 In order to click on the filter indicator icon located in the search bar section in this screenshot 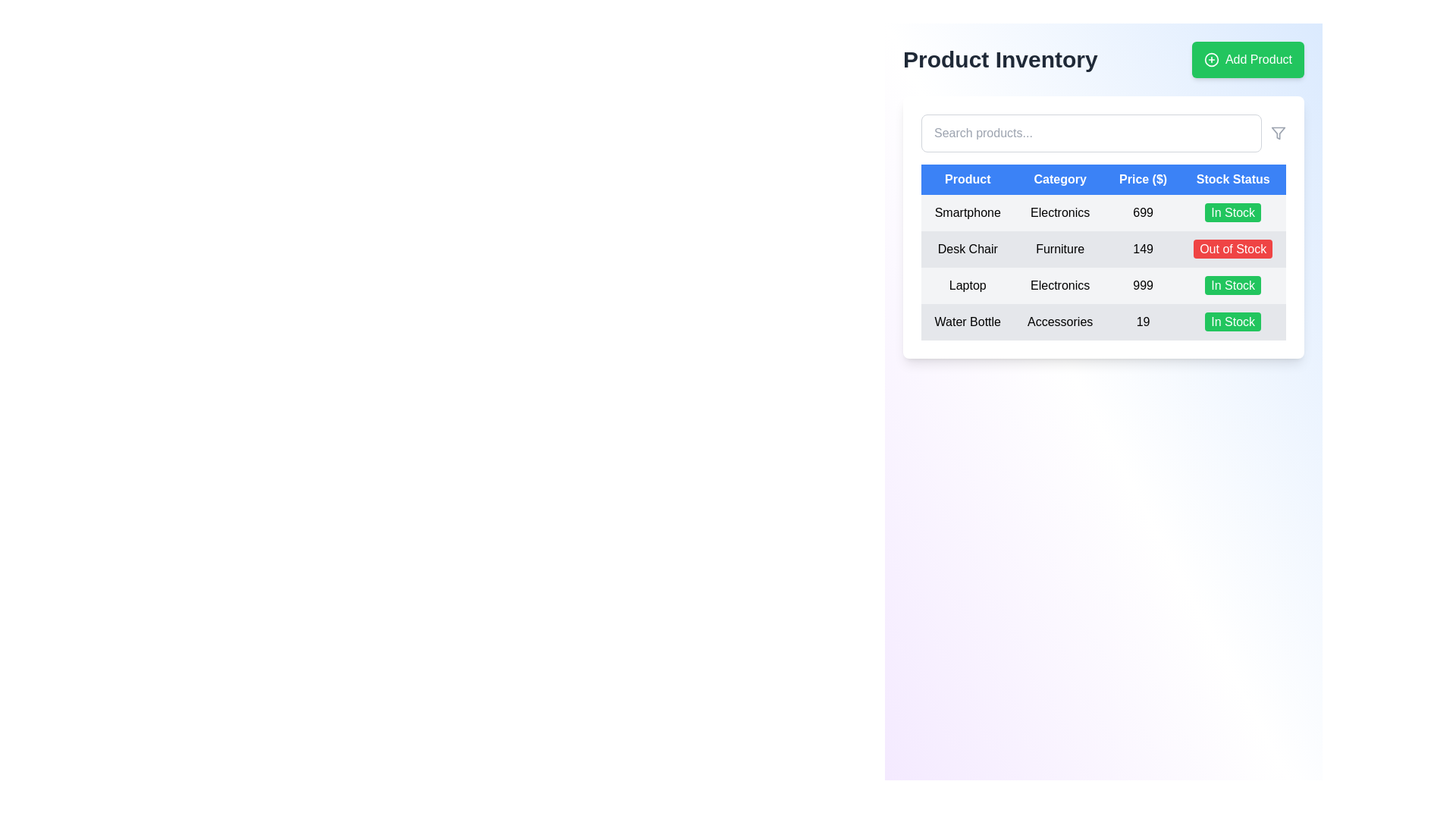, I will do `click(1277, 133)`.